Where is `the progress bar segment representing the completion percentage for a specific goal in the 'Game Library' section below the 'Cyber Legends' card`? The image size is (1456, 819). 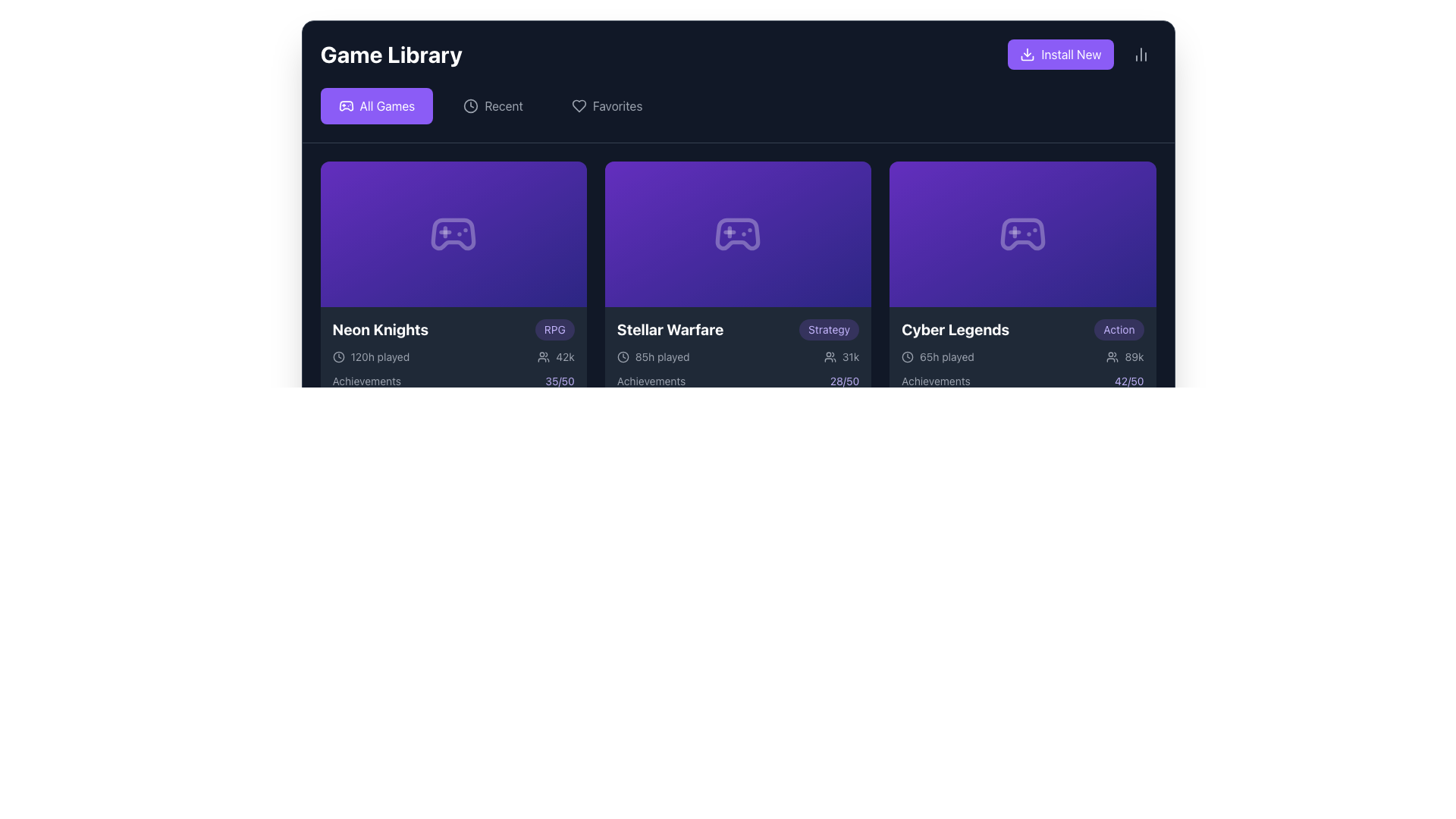
the progress bar segment representing the completion percentage for a specific goal in the 'Game Library' section below the 'Cyber Legends' card is located at coordinates (1003, 397).